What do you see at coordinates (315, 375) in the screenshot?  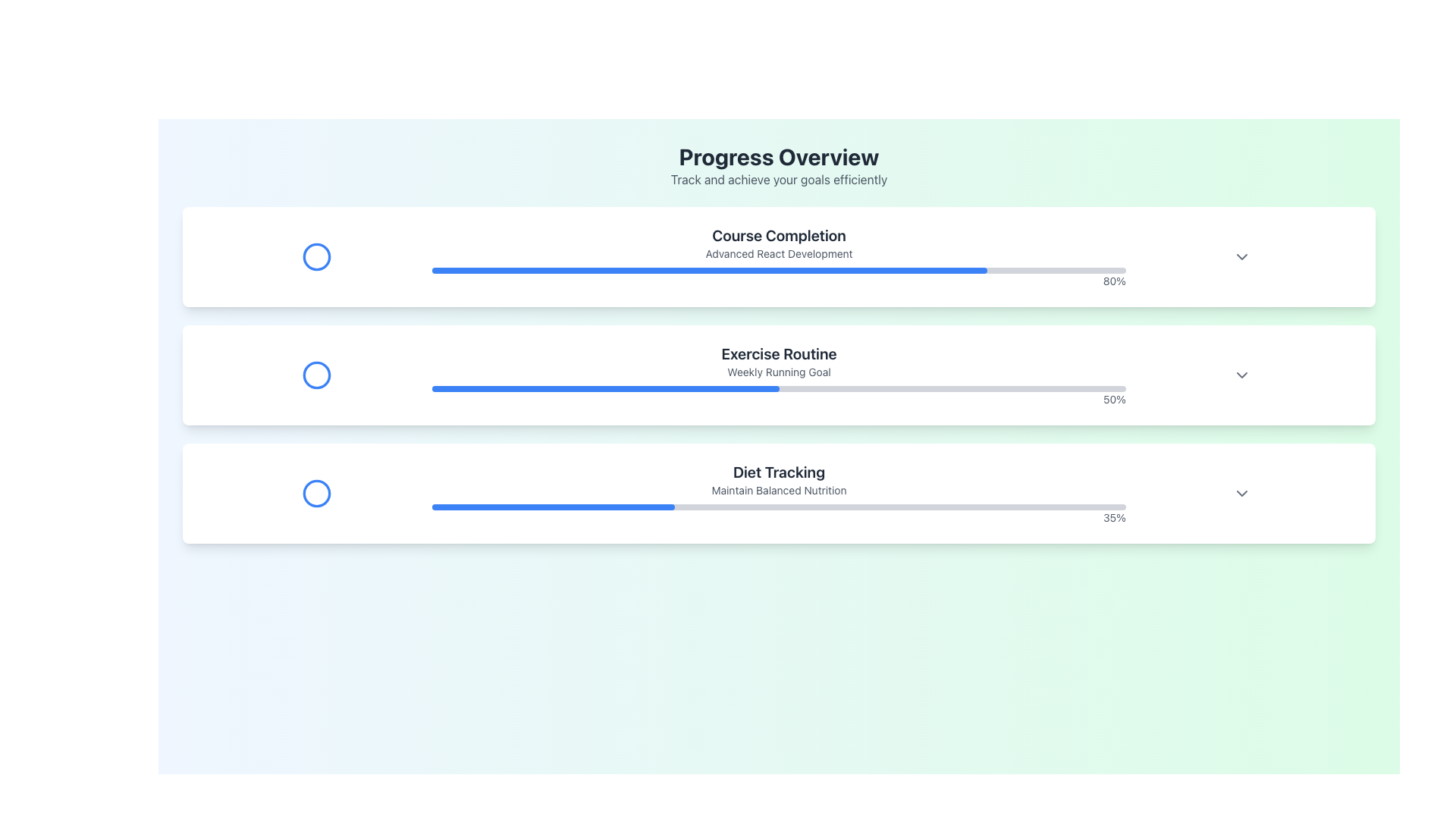 I see `properties of the circular icon representing the 'Exercise Routine' section, which is aligned with the progress bar and percentage text` at bounding box center [315, 375].